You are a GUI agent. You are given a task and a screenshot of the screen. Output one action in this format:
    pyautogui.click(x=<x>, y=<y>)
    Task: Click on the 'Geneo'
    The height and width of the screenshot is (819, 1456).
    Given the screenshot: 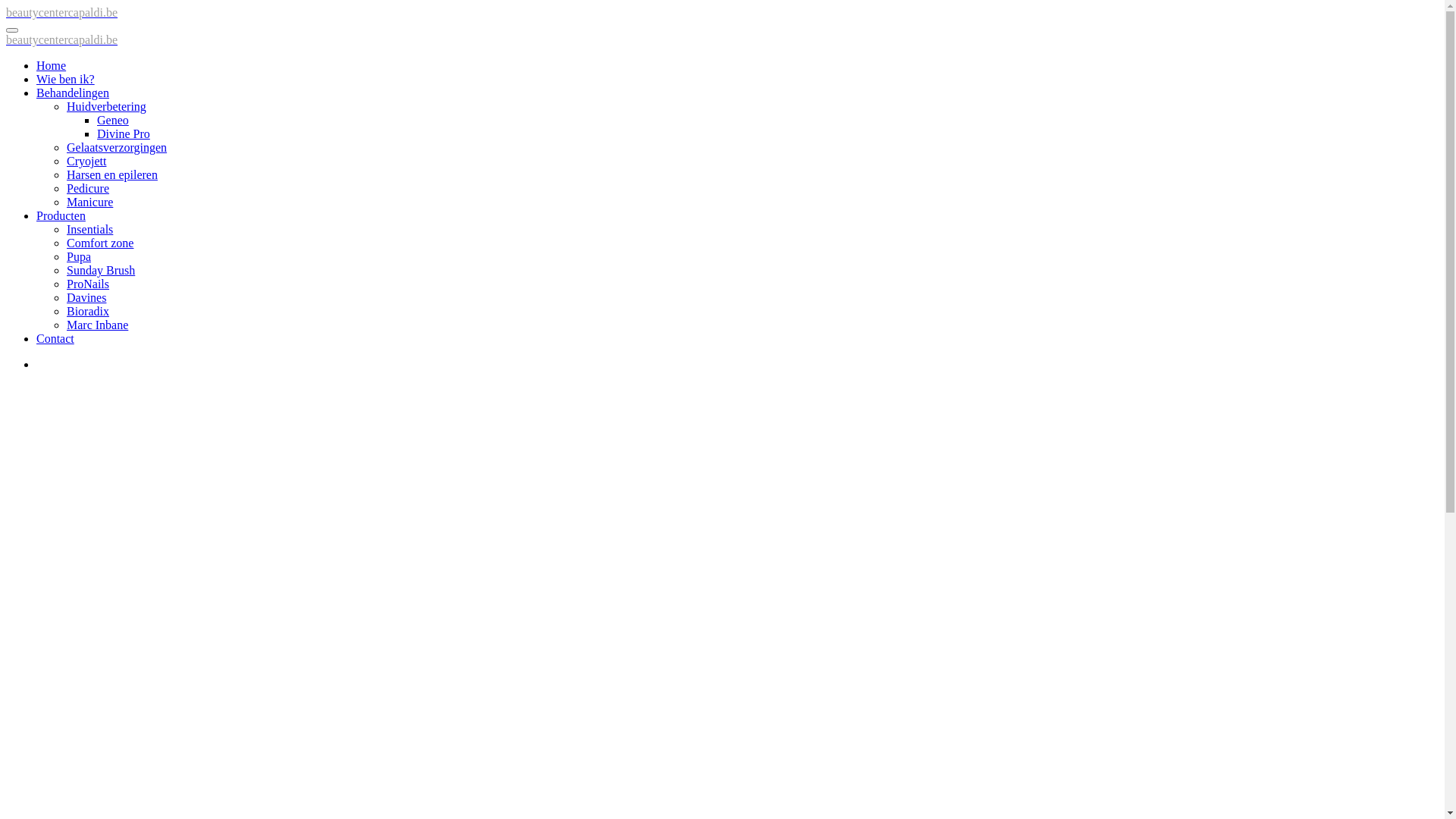 What is the action you would take?
    pyautogui.click(x=111, y=119)
    